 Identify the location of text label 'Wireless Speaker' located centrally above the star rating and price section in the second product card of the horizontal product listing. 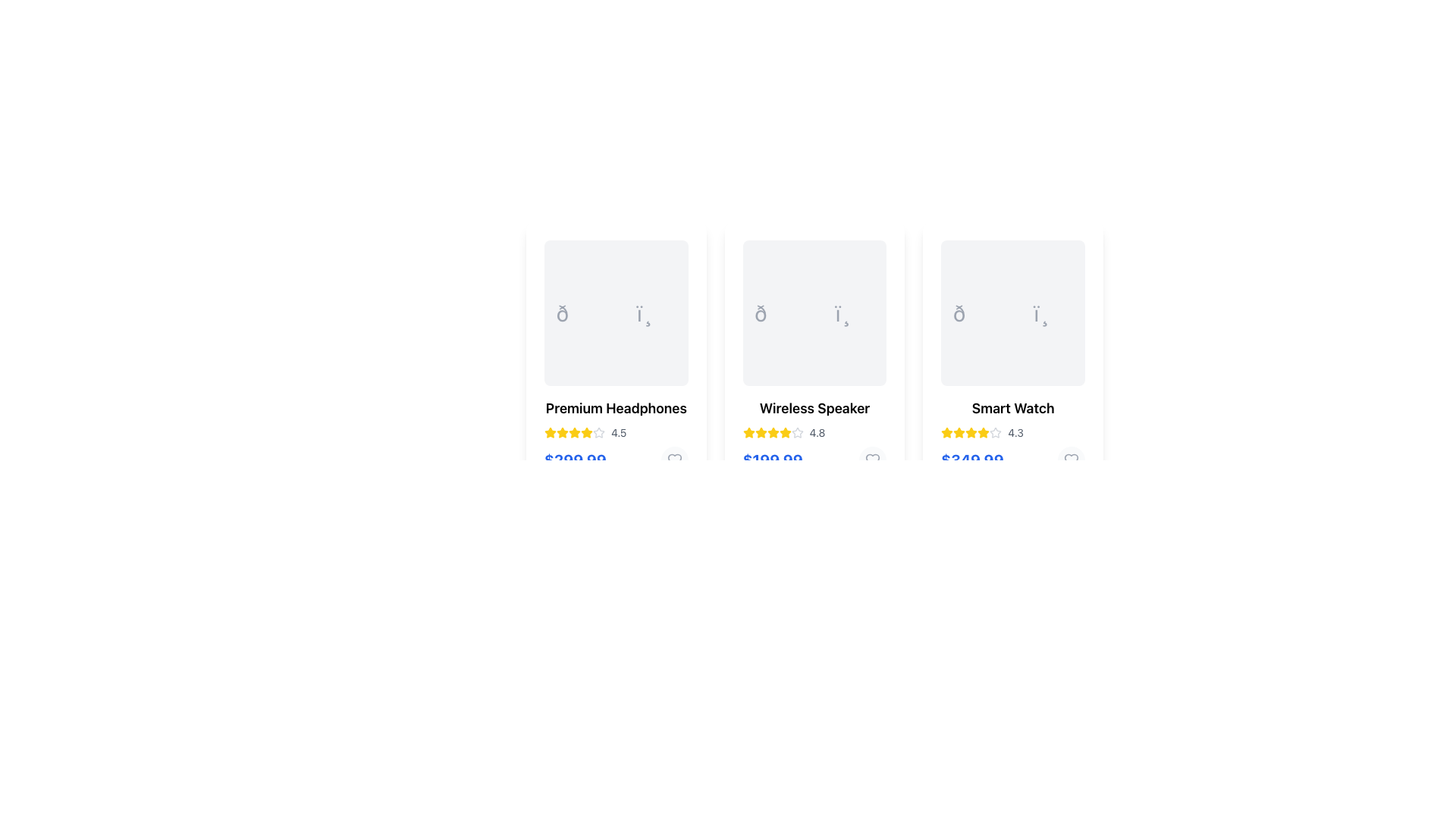
(814, 408).